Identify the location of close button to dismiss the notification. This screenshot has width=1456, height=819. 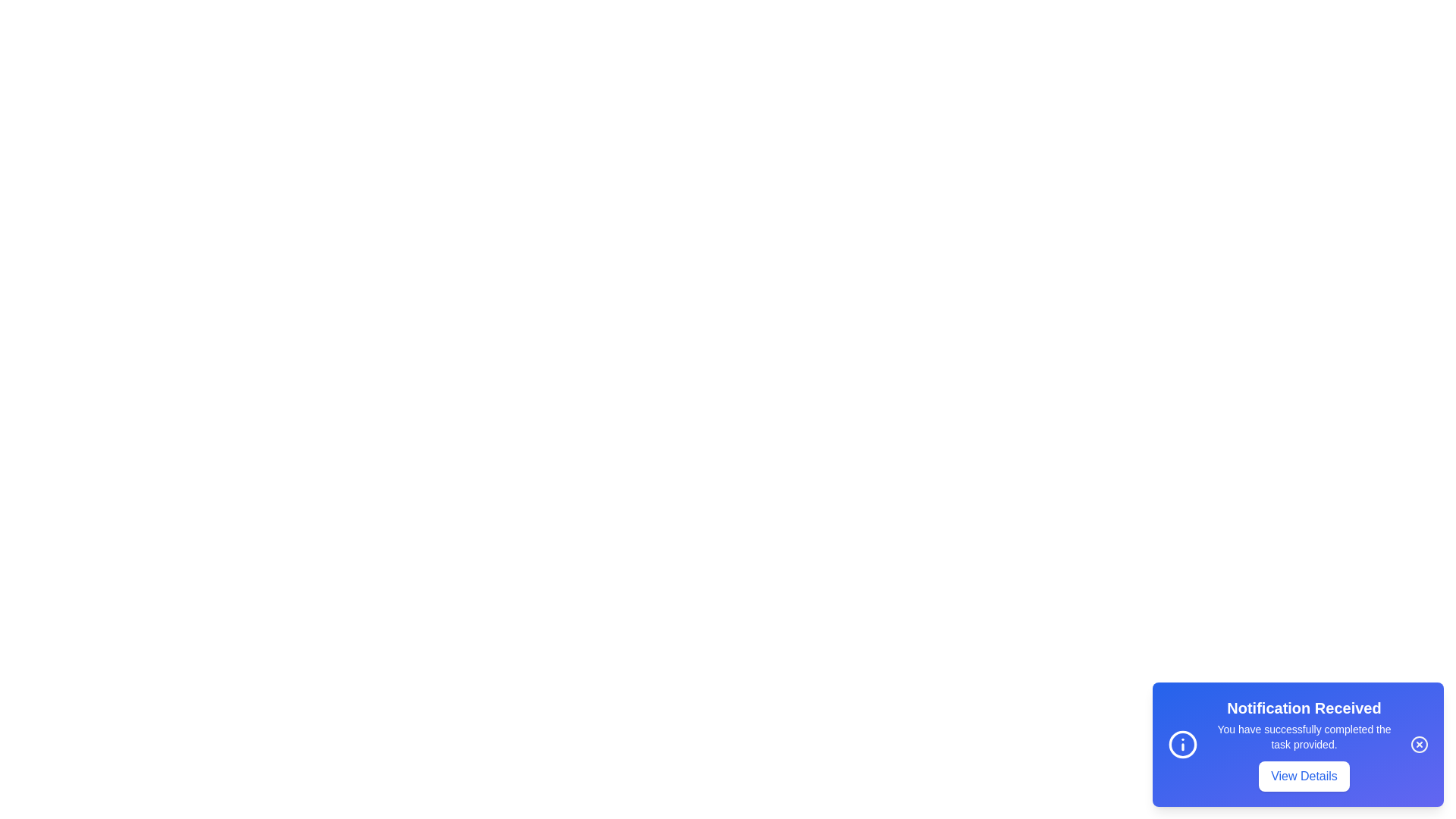
(1419, 744).